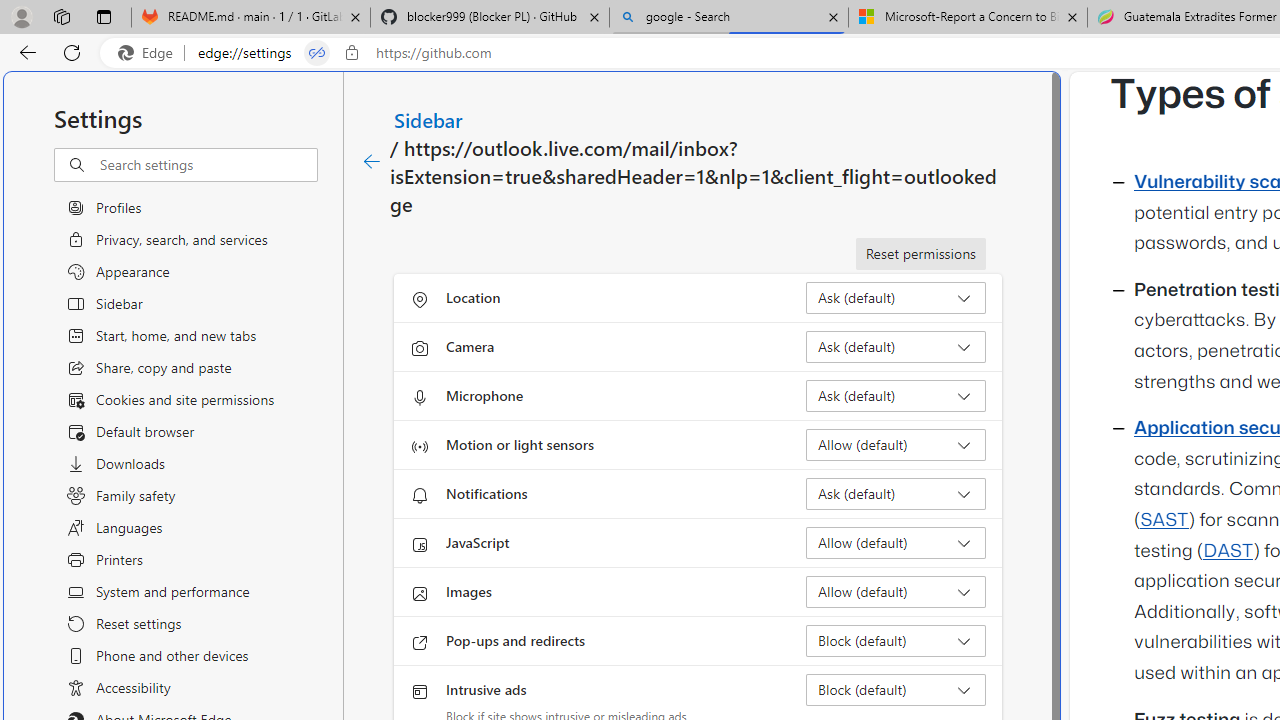 The image size is (1280, 720). What do you see at coordinates (895, 298) in the screenshot?
I see `'Location Ask (default)'` at bounding box center [895, 298].